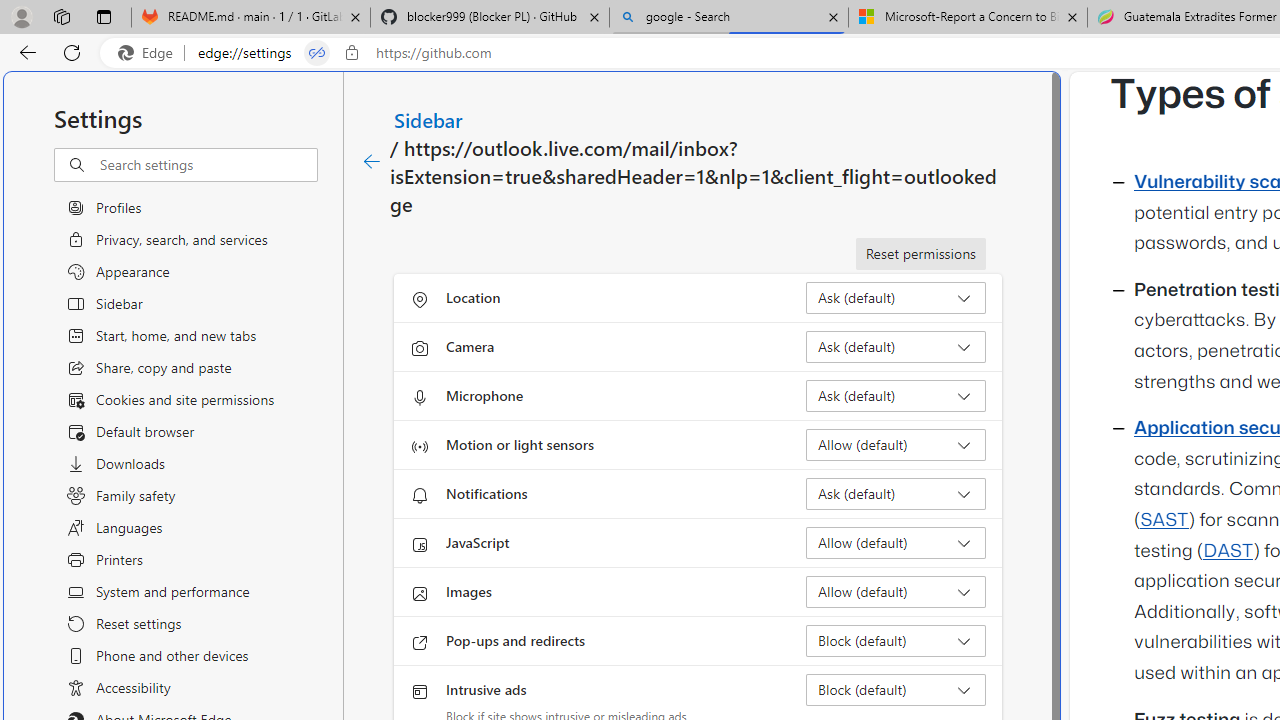 The image size is (1280, 720). What do you see at coordinates (895, 298) in the screenshot?
I see `'Location Ask (default)'` at bounding box center [895, 298].